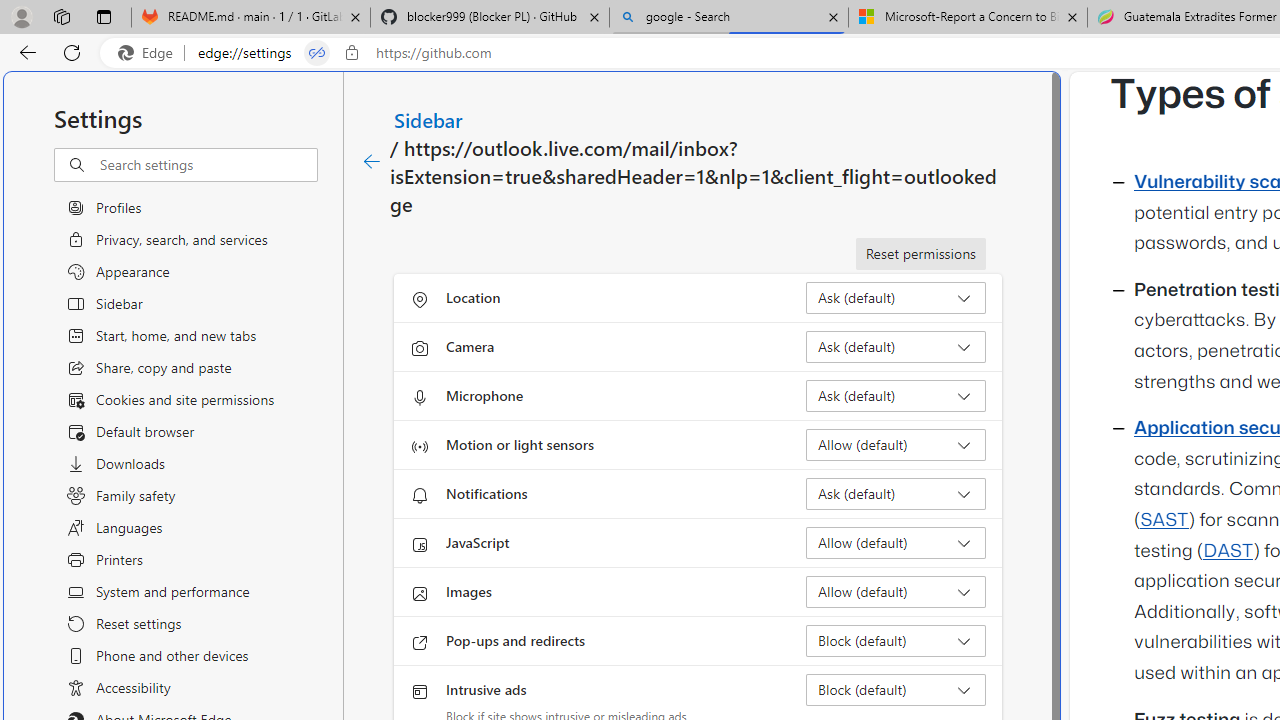 The image size is (1280, 720). What do you see at coordinates (895, 298) in the screenshot?
I see `'Location Ask (default)'` at bounding box center [895, 298].